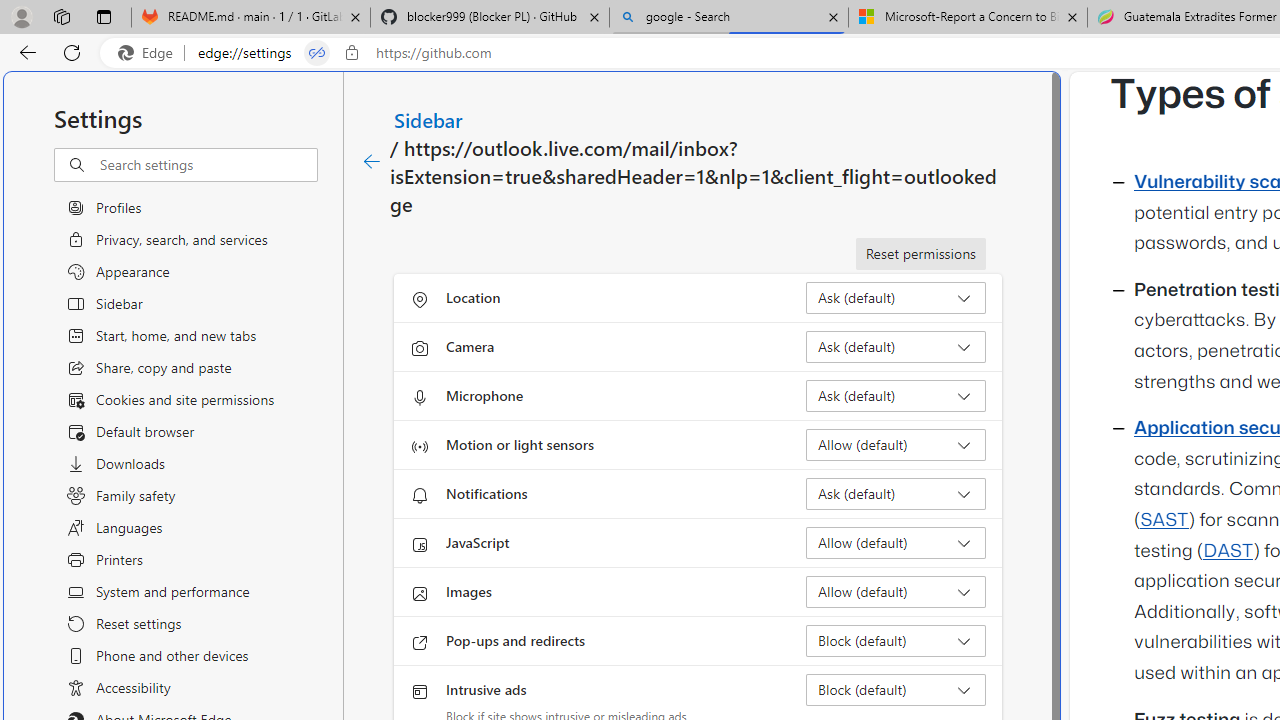 The image size is (1280, 720). What do you see at coordinates (895, 298) in the screenshot?
I see `'Location Ask (default)'` at bounding box center [895, 298].